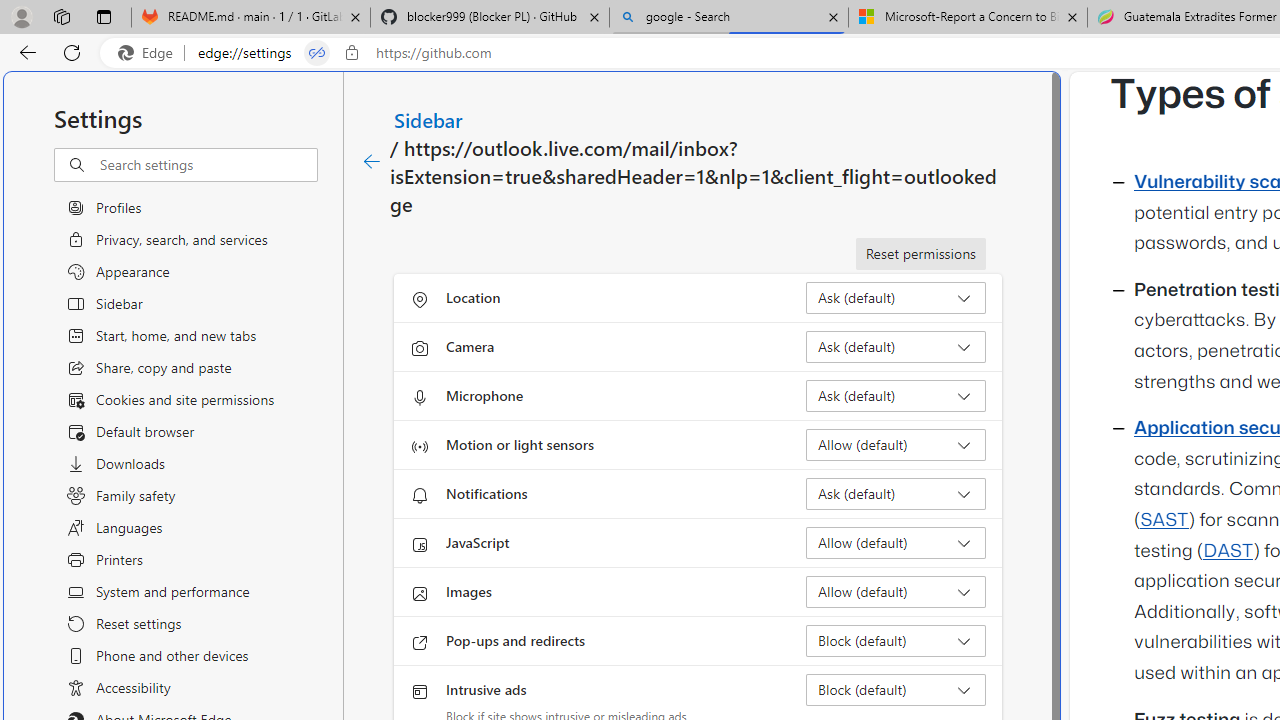 The image size is (1280, 720). What do you see at coordinates (895, 298) in the screenshot?
I see `'Location Ask (default)'` at bounding box center [895, 298].